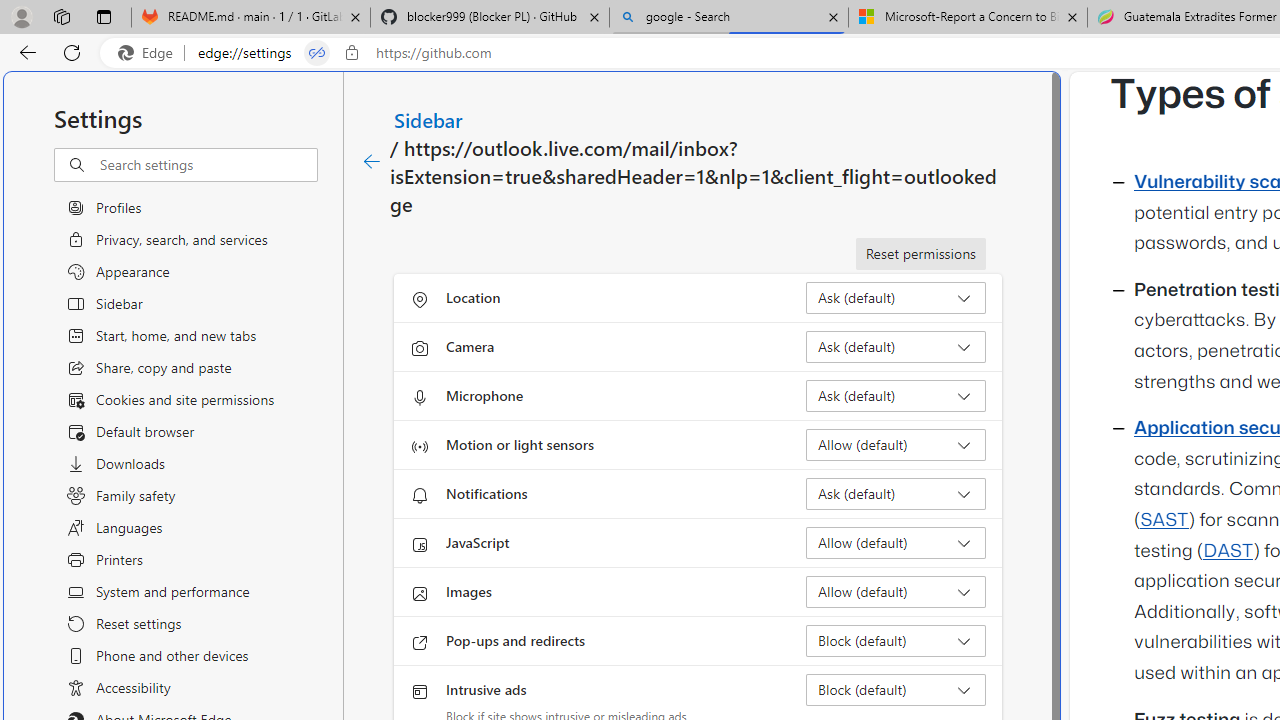 The image size is (1280, 720). What do you see at coordinates (895, 298) in the screenshot?
I see `'Location Ask (default)'` at bounding box center [895, 298].